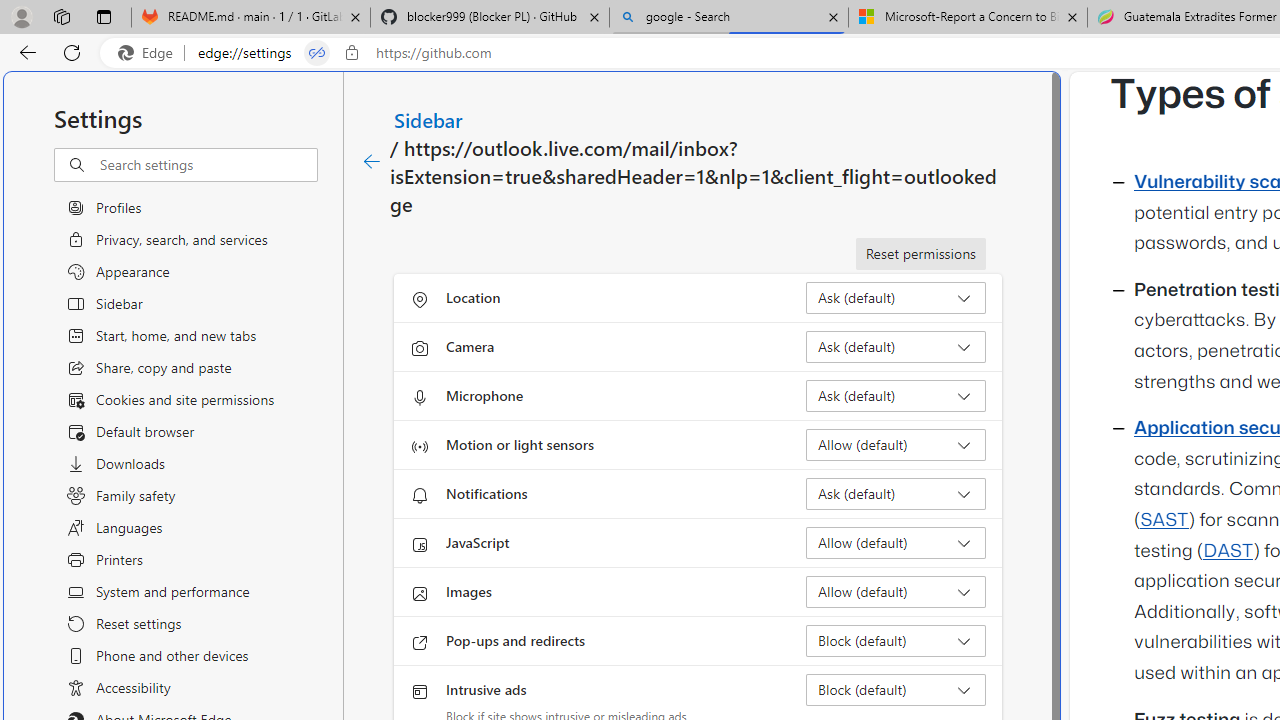 The image size is (1280, 720). What do you see at coordinates (895, 298) in the screenshot?
I see `'Location Ask (default)'` at bounding box center [895, 298].